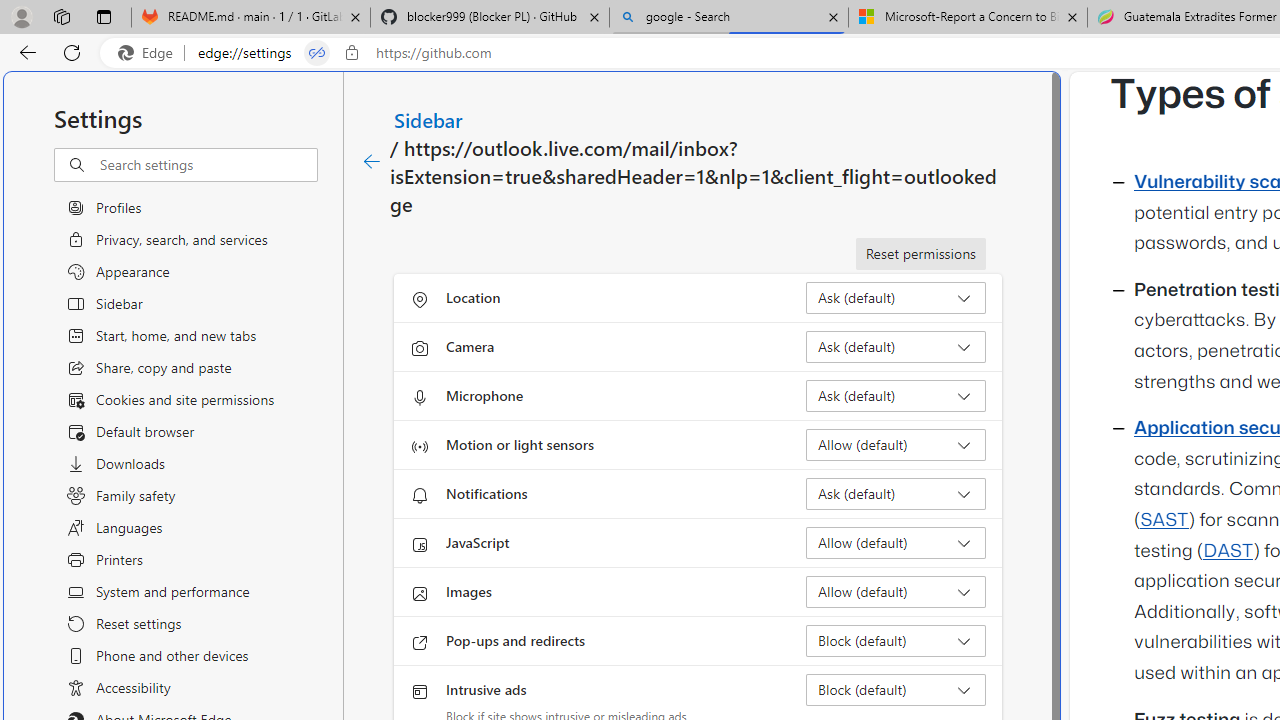 The image size is (1280, 720). What do you see at coordinates (895, 298) in the screenshot?
I see `'Location Ask (default)'` at bounding box center [895, 298].